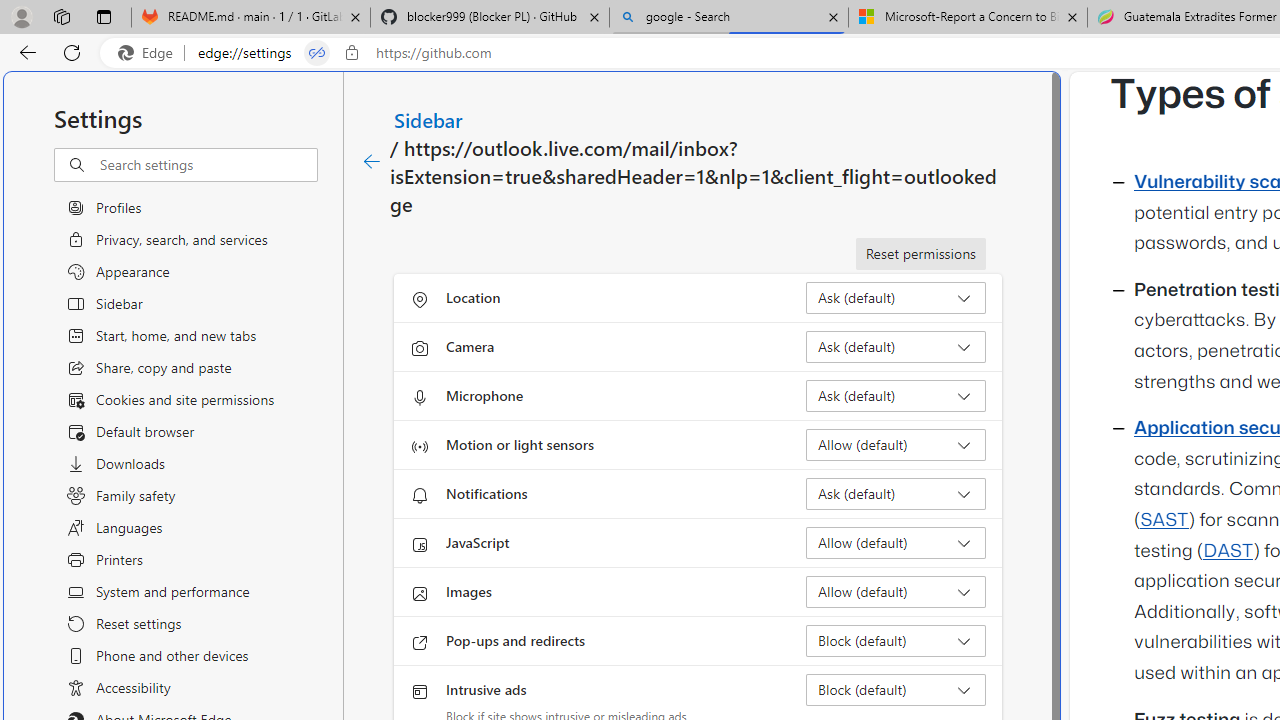 The image size is (1280, 720). What do you see at coordinates (895, 298) in the screenshot?
I see `'Location Ask (default)'` at bounding box center [895, 298].